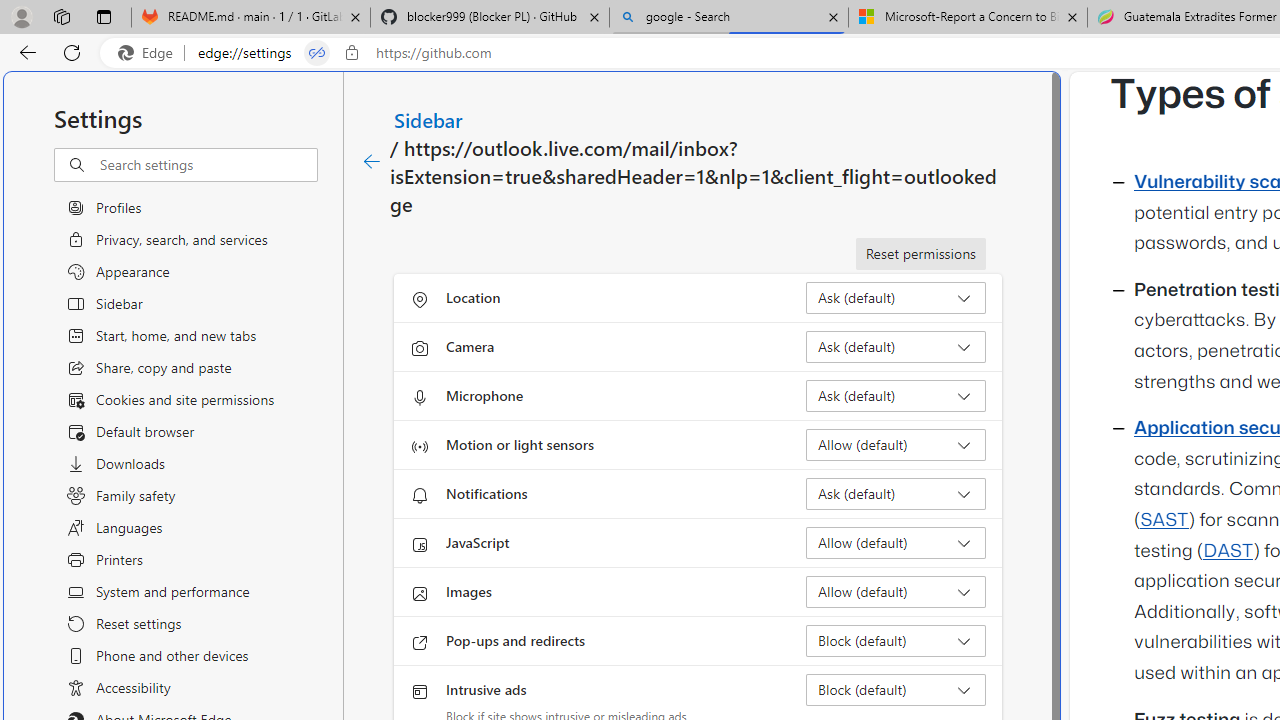 The image size is (1280, 720). What do you see at coordinates (895, 298) in the screenshot?
I see `'Location Ask (default)'` at bounding box center [895, 298].